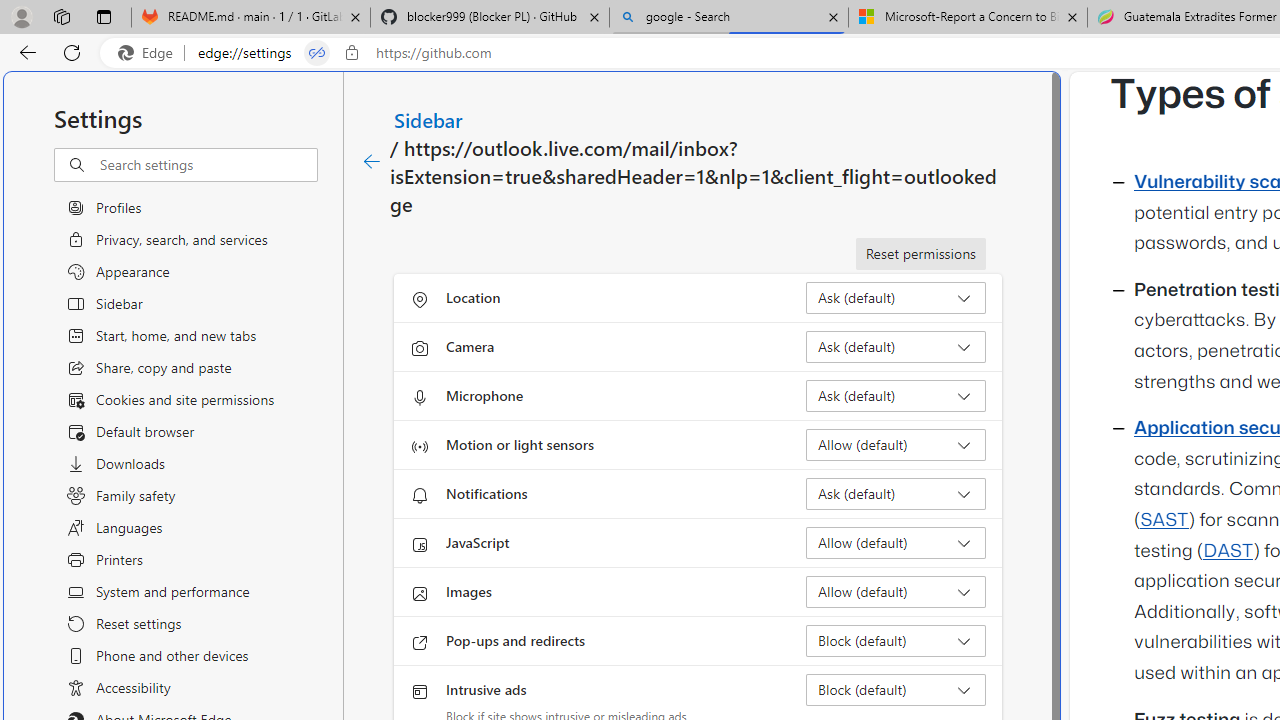 The image size is (1280, 720). What do you see at coordinates (895, 298) in the screenshot?
I see `'Location Ask (default)'` at bounding box center [895, 298].